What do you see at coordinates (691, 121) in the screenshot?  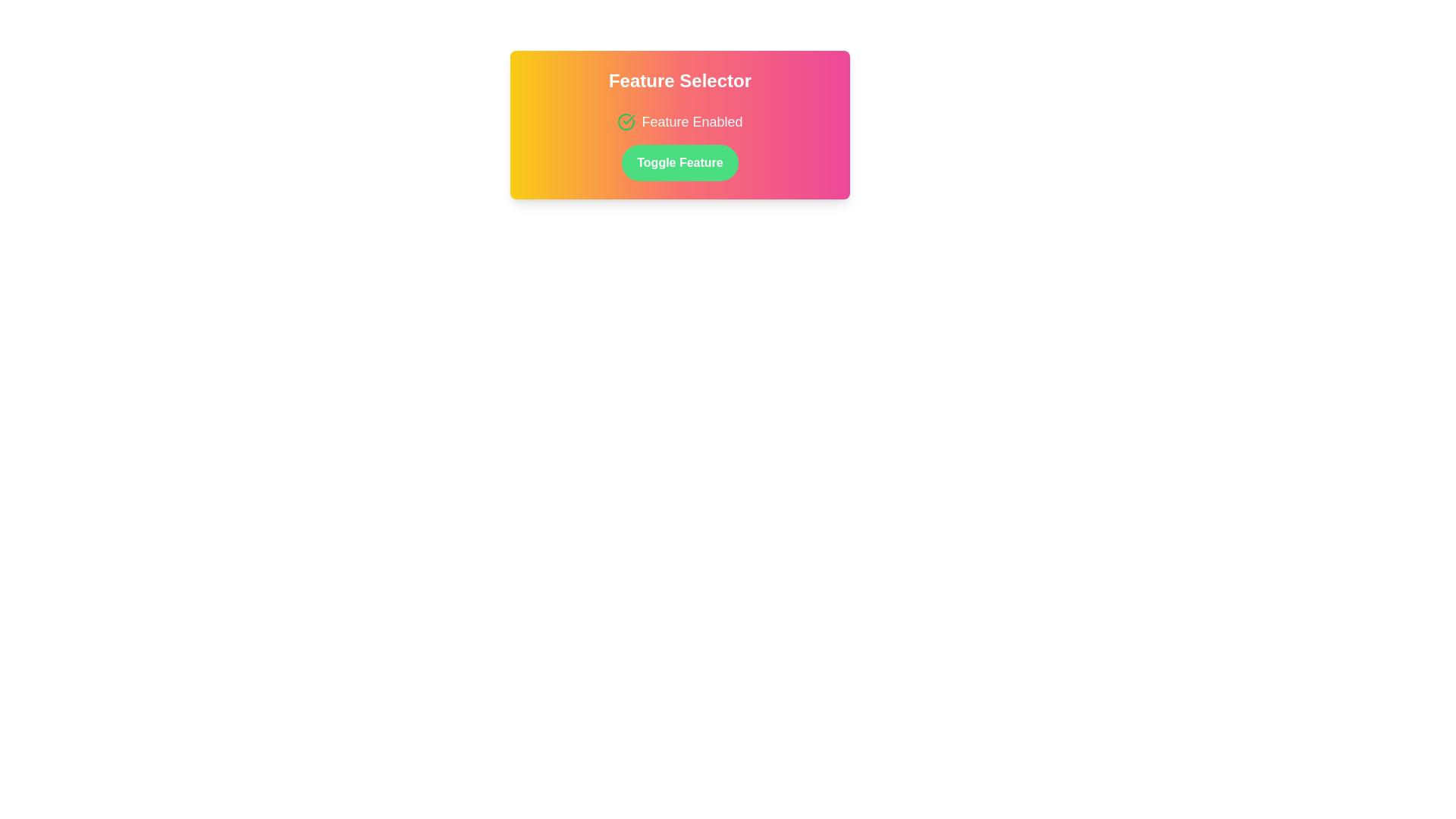 I see `the status message text label indicating that a feature is currently enabled, which is located below 'Feature Selector' and above the 'Toggle Feature' button` at bounding box center [691, 121].